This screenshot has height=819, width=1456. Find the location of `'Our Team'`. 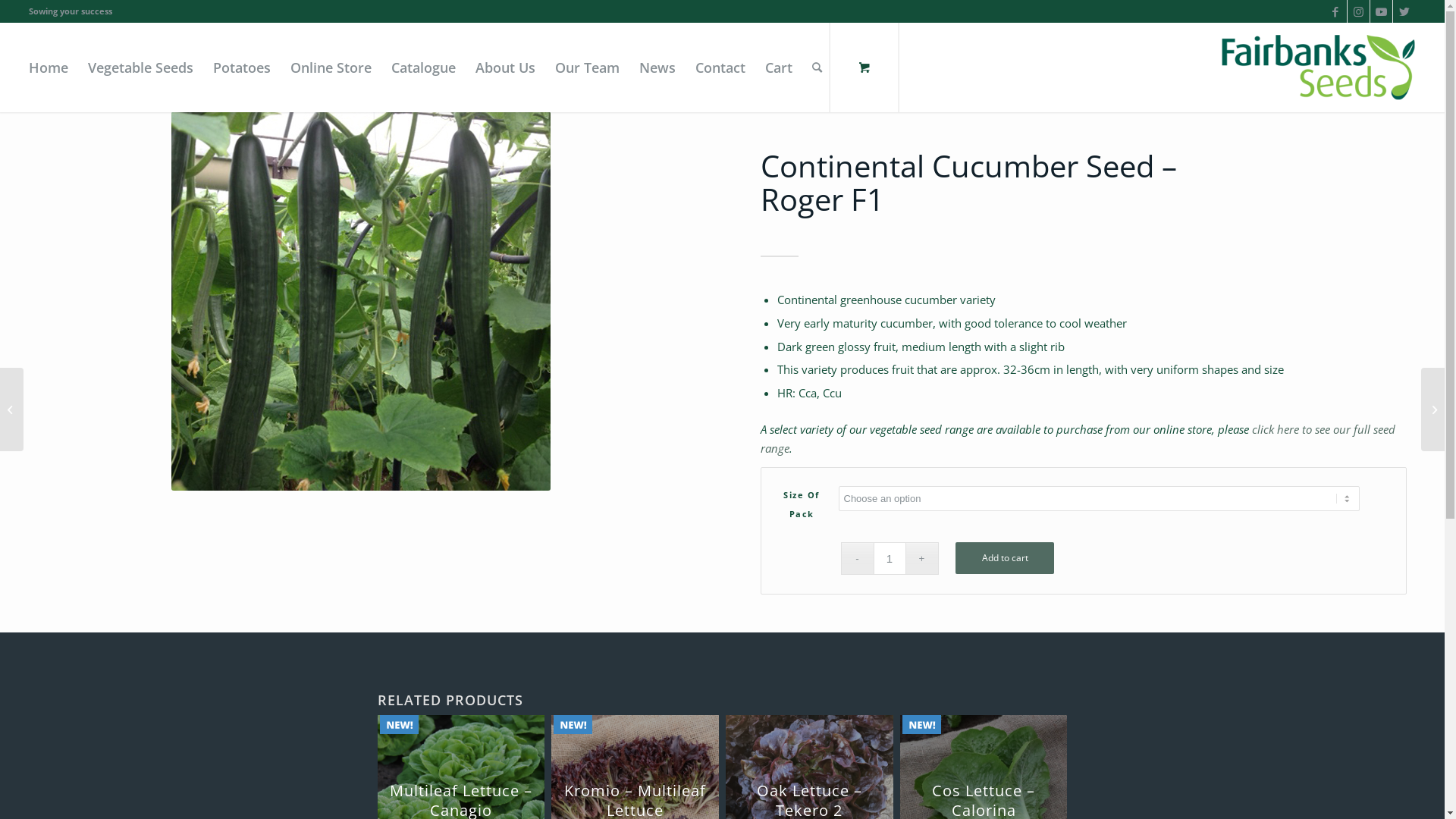

'Our Team' is located at coordinates (586, 66).